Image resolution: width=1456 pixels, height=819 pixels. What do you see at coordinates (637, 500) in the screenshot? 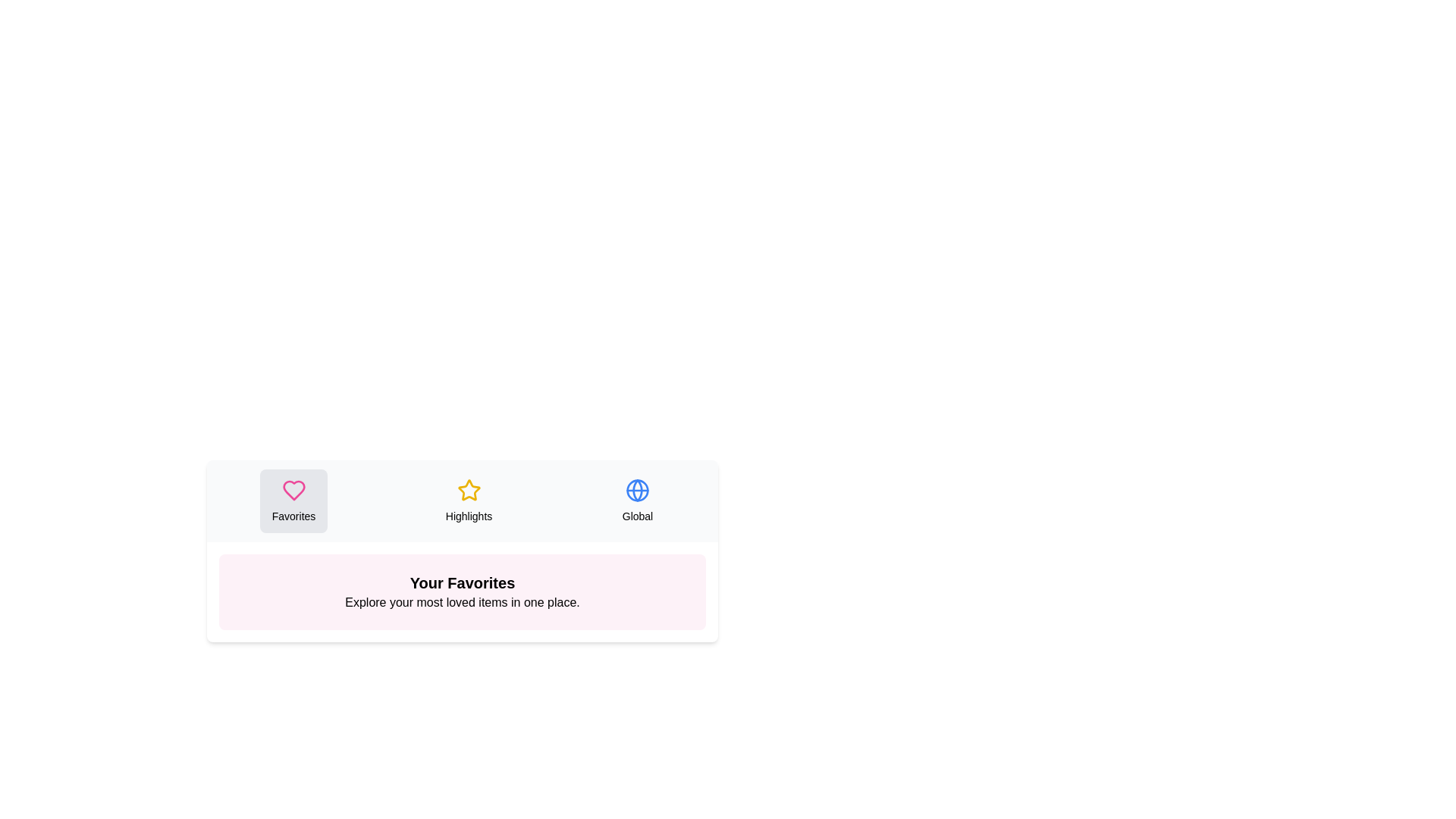
I see `the Global tab` at bounding box center [637, 500].